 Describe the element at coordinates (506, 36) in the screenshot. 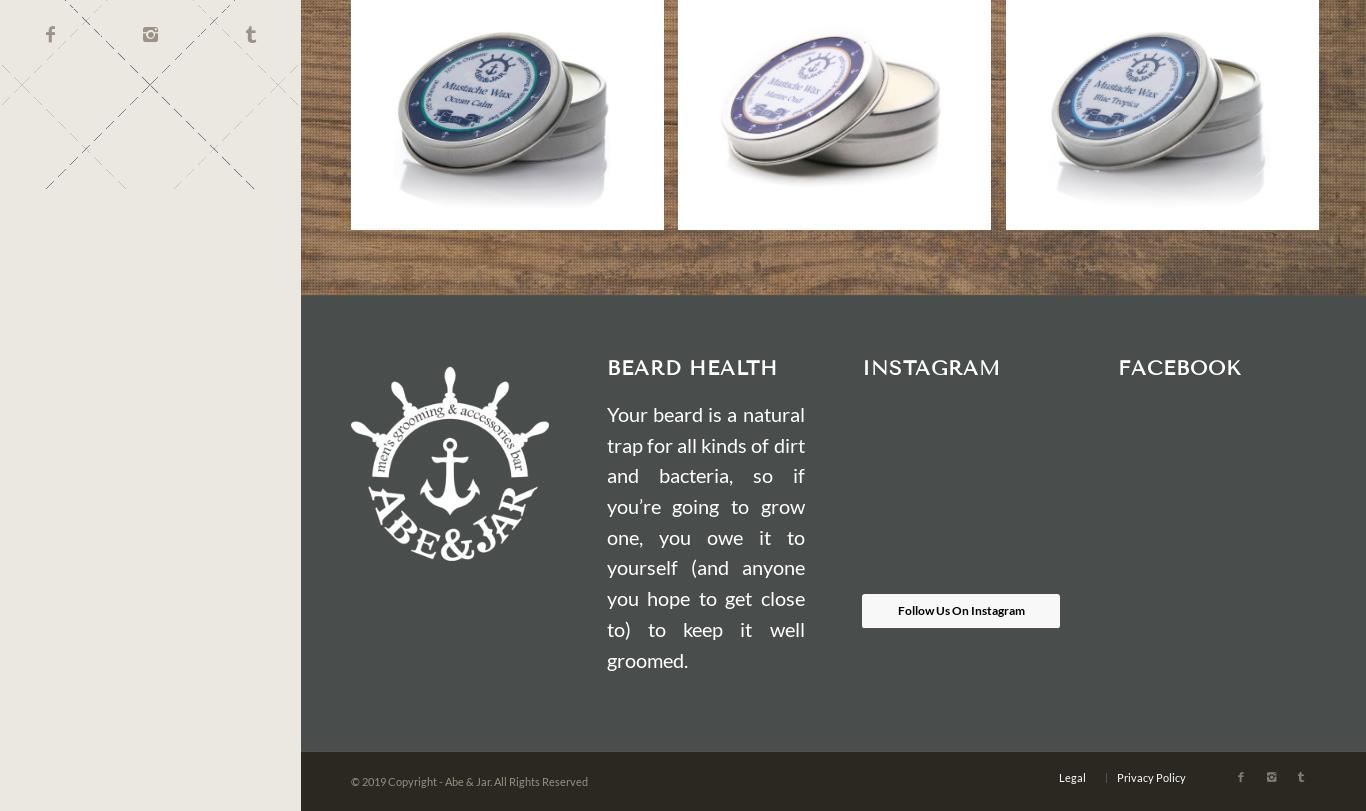

I see `'Ocean Calm Mustache Wax'` at that location.